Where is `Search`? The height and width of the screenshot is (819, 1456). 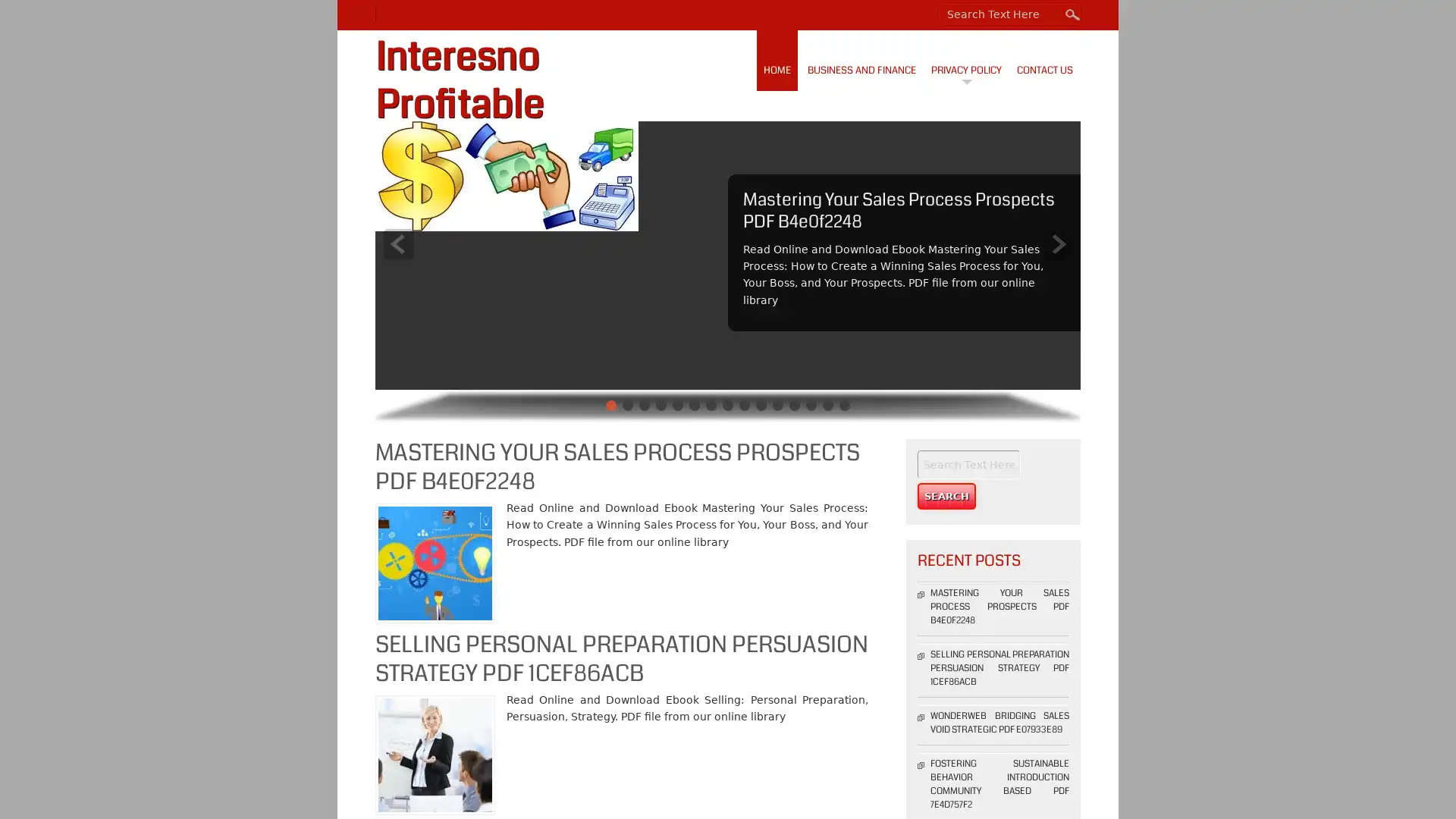 Search is located at coordinates (946, 496).